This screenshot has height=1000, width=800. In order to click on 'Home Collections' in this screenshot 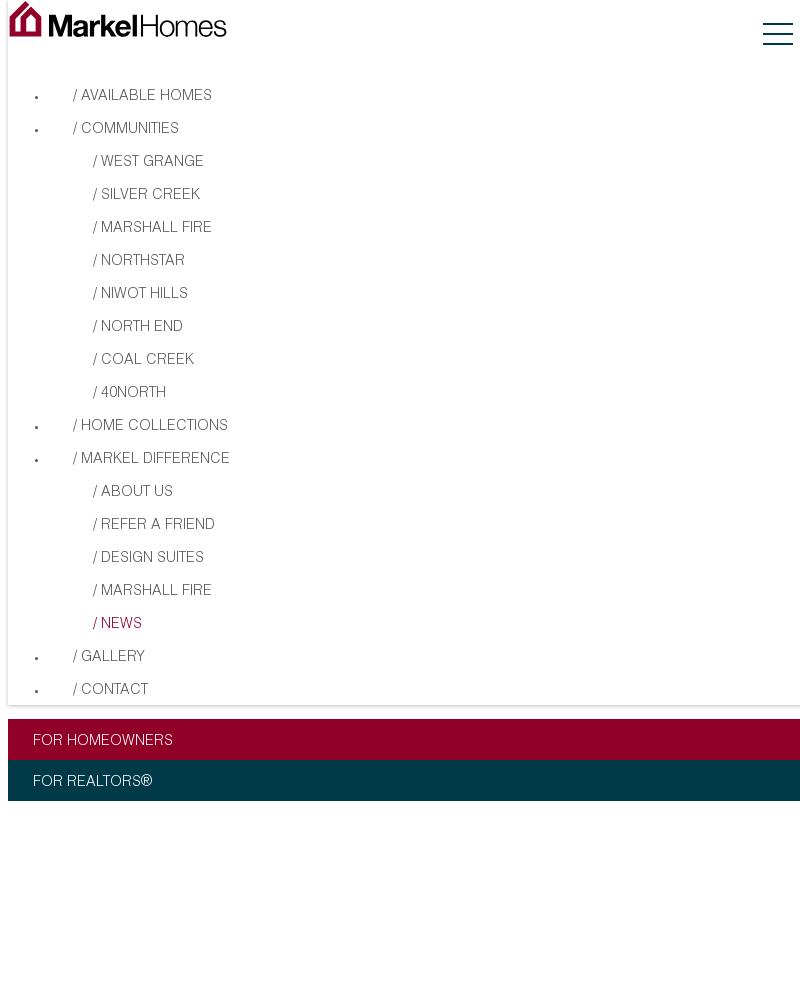, I will do `click(154, 426)`.